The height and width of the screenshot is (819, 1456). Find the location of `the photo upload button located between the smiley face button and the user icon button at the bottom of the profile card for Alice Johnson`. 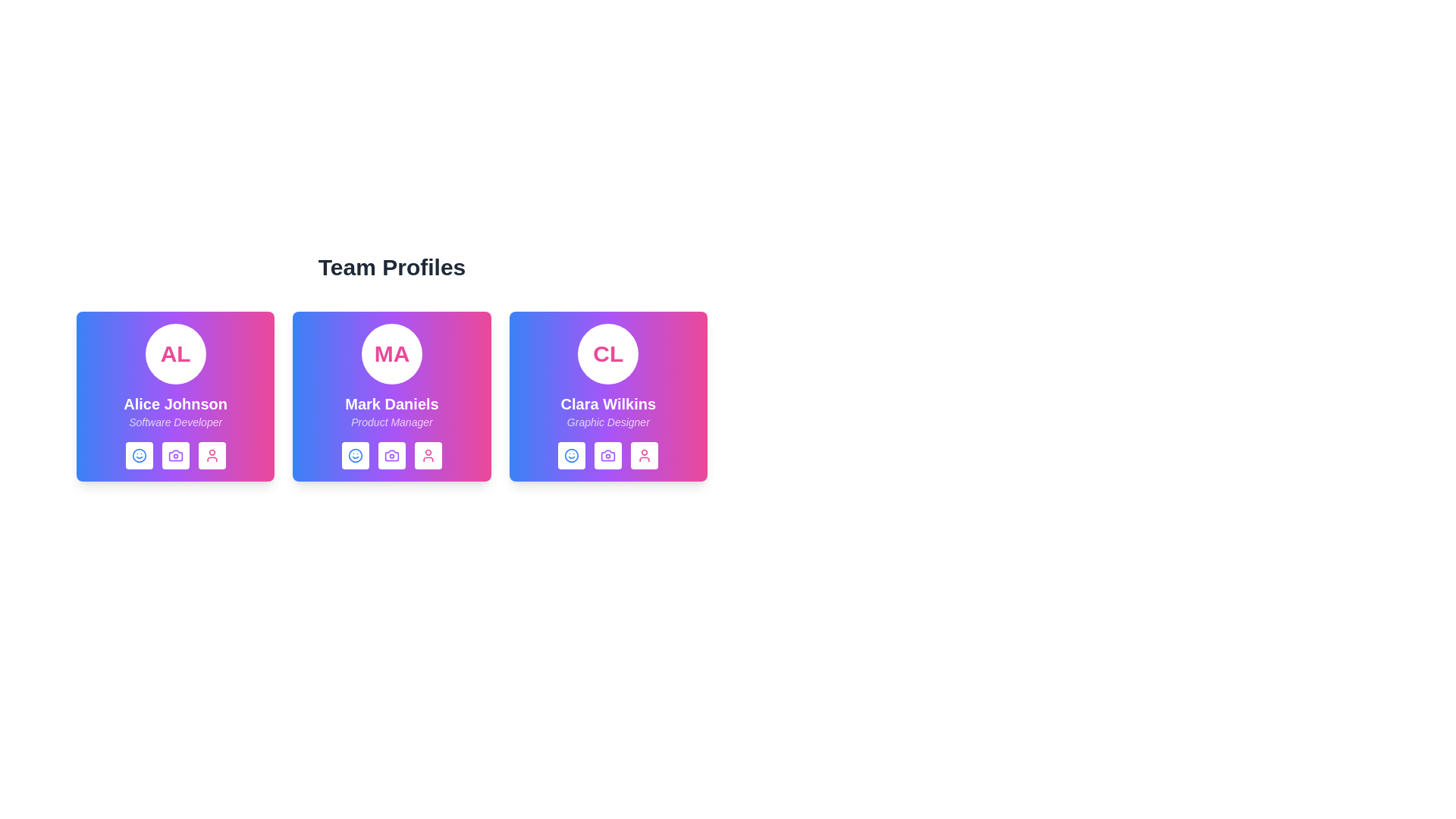

the photo upload button located between the smiley face button and the user icon button at the bottom of the profile card for Alice Johnson is located at coordinates (175, 455).